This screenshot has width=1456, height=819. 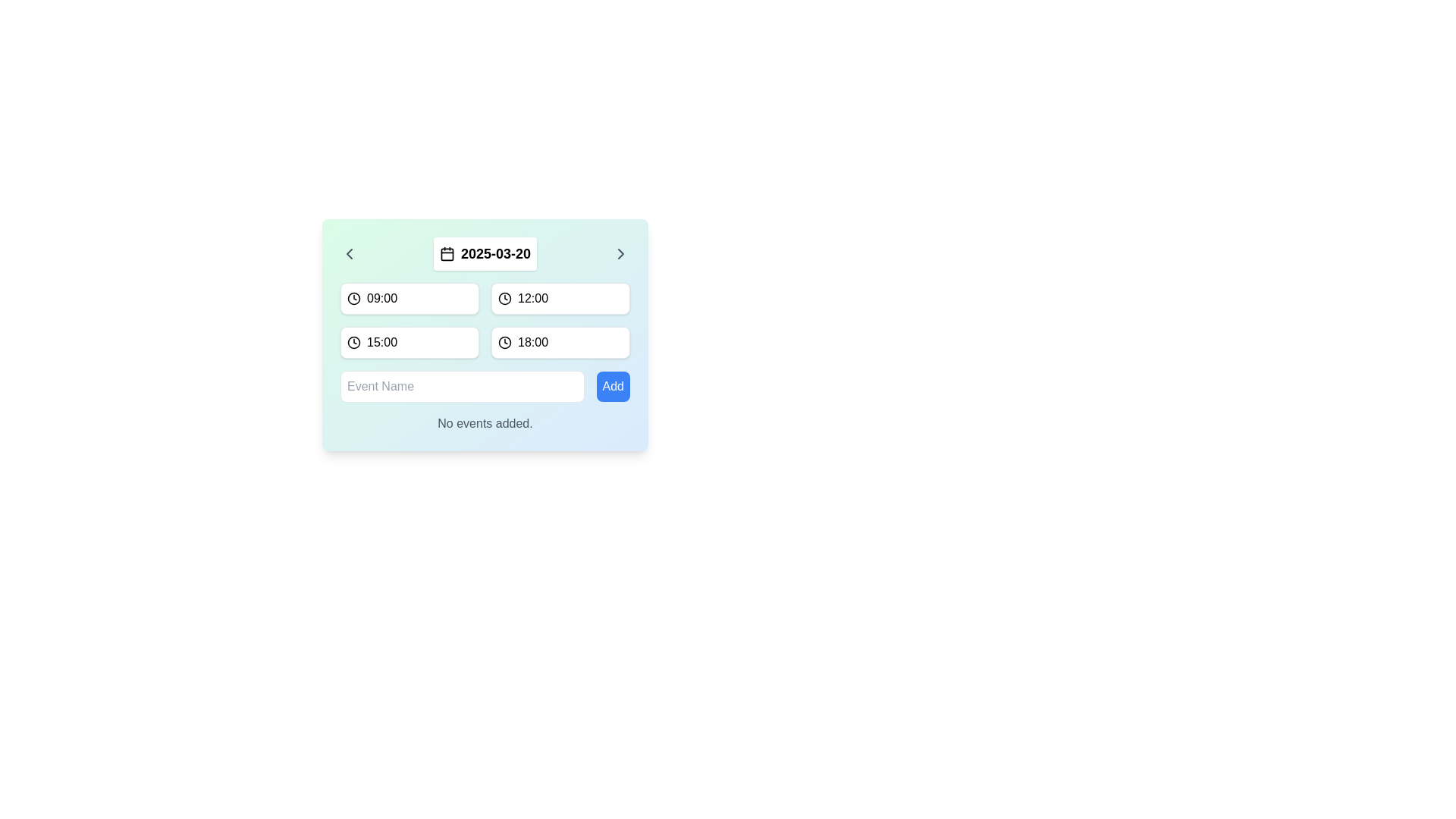 What do you see at coordinates (348, 253) in the screenshot?
I see `the leftmost navigation button icon to move to the previous date in the calendar interface` at bounding box center [348, 253].